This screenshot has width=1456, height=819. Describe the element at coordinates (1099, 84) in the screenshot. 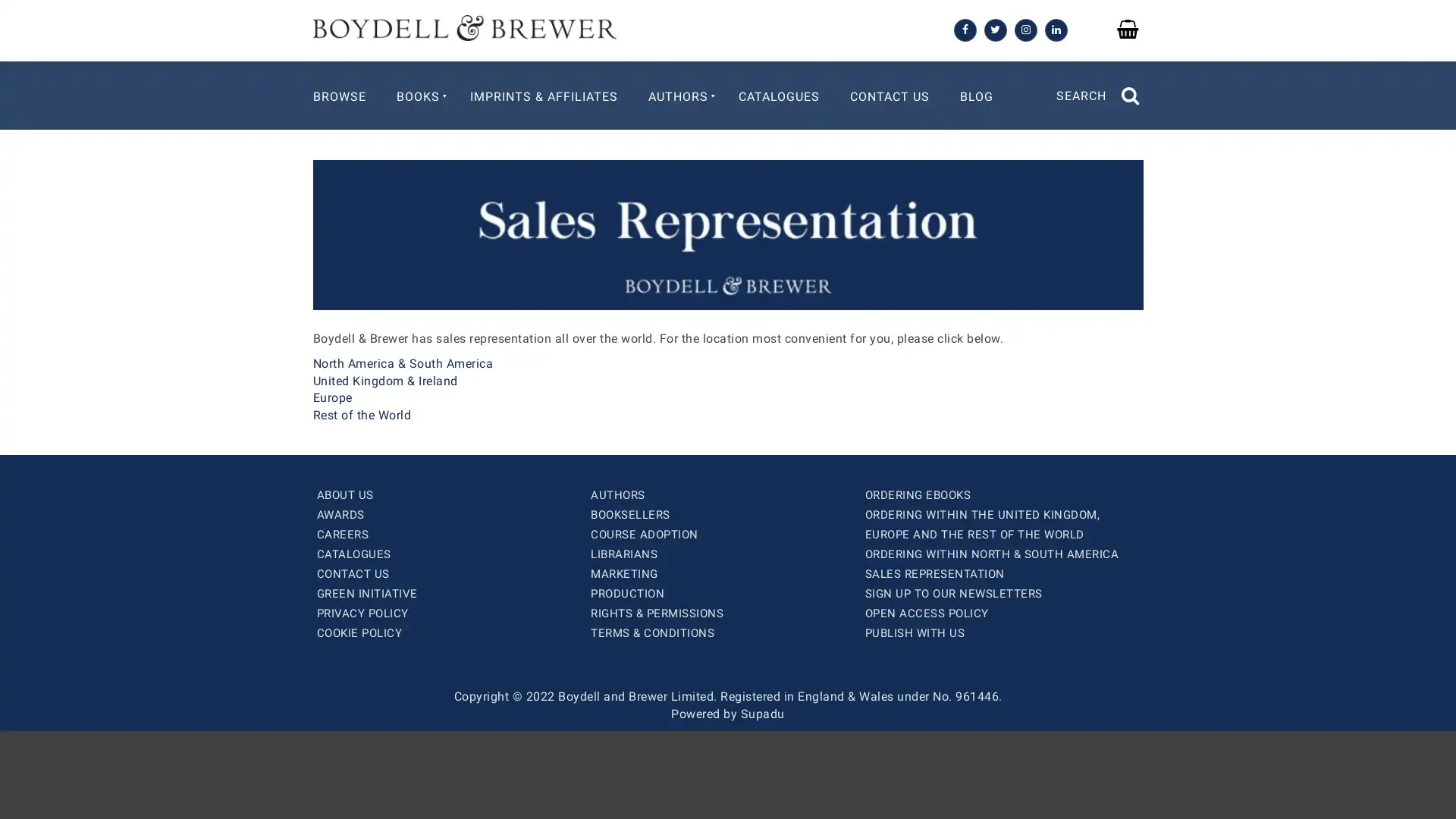

I see `SEARCH` at that location.